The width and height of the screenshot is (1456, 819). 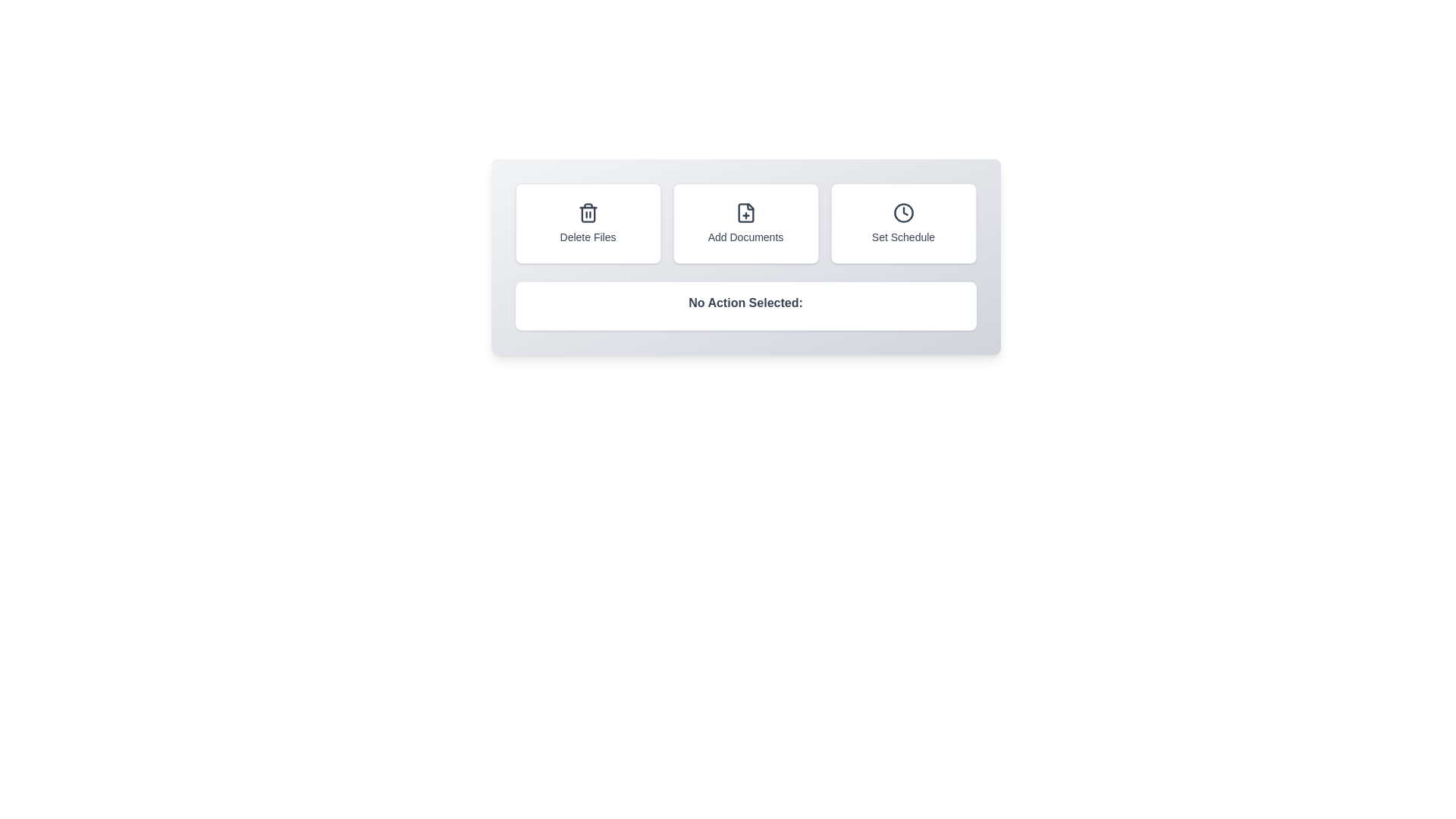 What do you see at coordinates (745, 223) in the screenshot?
I see `the middle button in the grid layout used for adding documents` at bounding box center [745, 223].